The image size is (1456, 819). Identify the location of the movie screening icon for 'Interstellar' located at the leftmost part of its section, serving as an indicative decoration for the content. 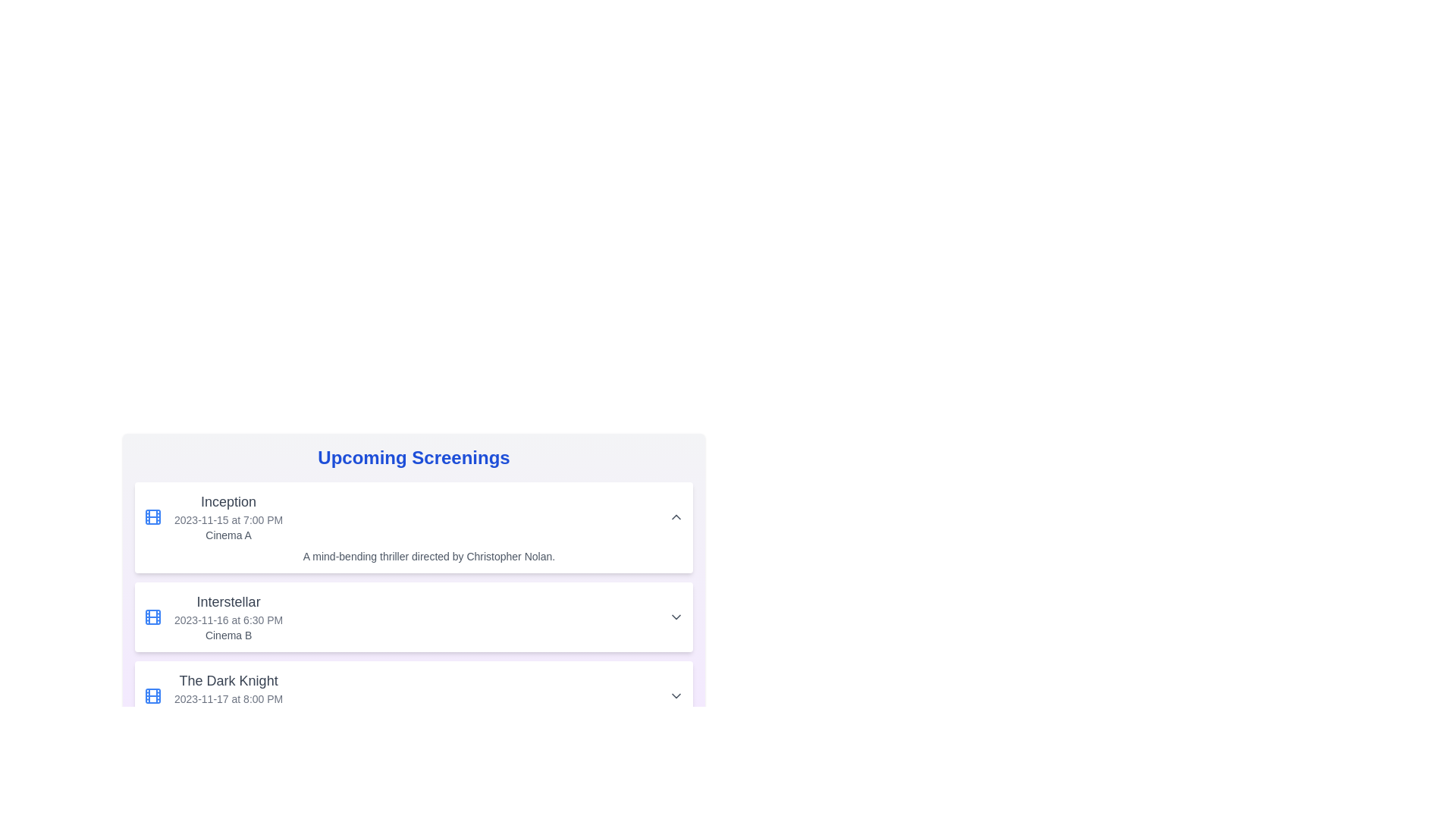
(152, 617).